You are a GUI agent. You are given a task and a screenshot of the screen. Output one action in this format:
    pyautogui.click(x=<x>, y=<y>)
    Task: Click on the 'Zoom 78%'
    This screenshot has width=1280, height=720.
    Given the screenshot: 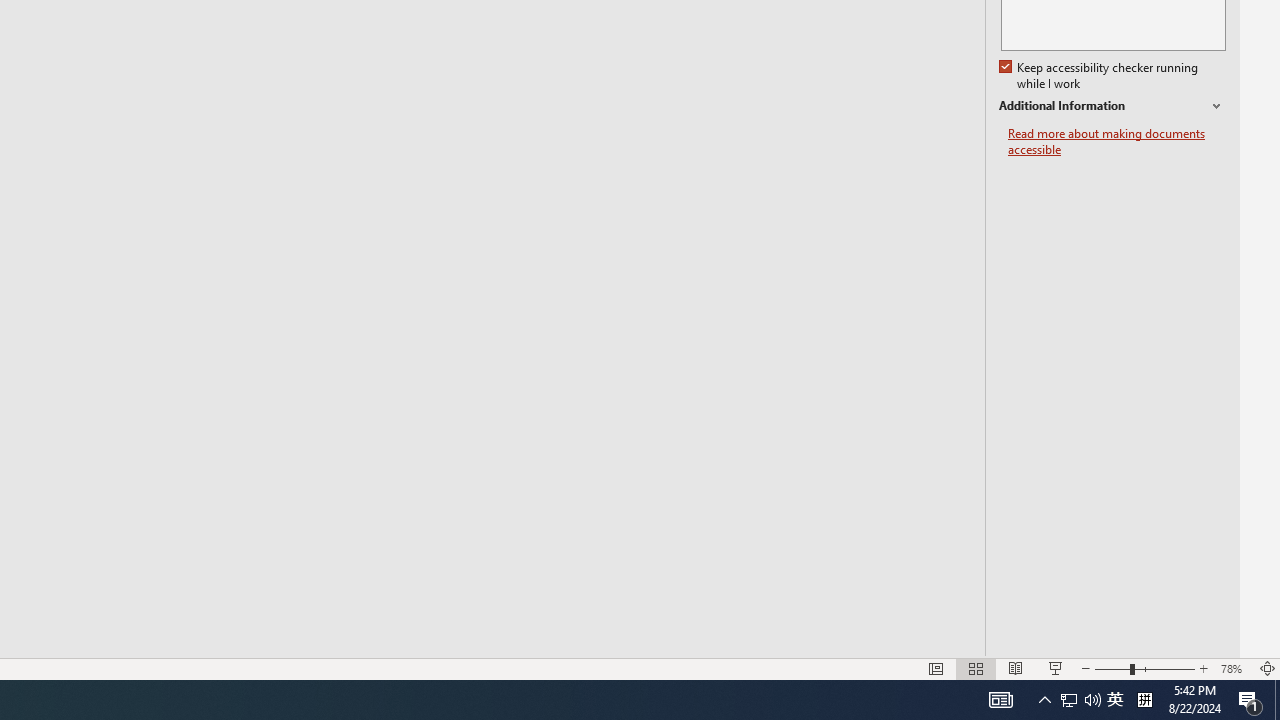 What is the action you would take?
    pyautogui.click(x=1233, y=669)
    